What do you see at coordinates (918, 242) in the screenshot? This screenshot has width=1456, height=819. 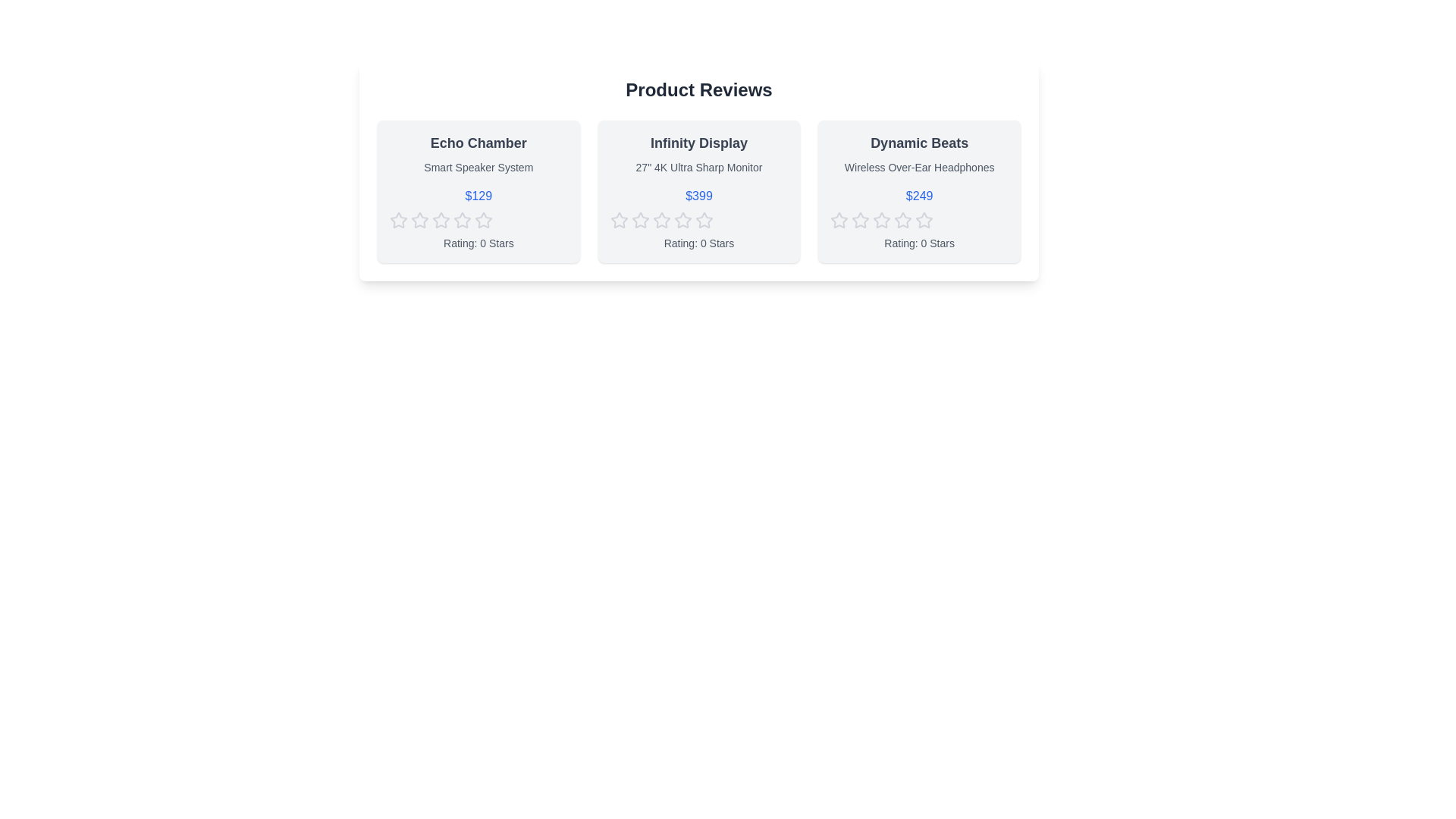 I see `the Text Label displaying '0 Stars' located at the bottom of the 'Dynamic Beats Wireless Over-Ear Headphones' card, beneath the gray star icons and the price tag of '$249'` at bounding box center [918, 242].